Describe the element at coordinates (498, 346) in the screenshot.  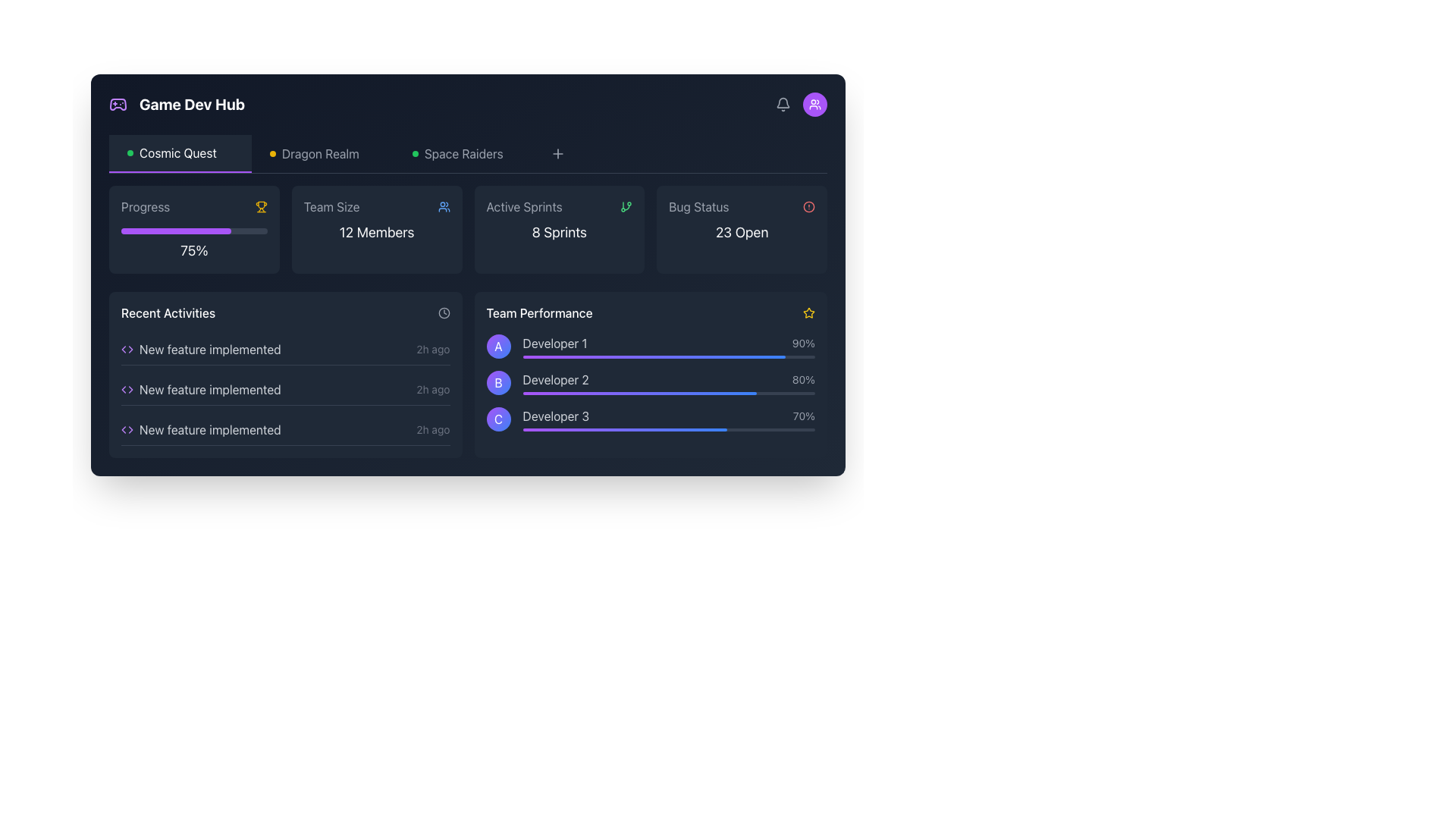
I see `the circular Avatar icon with a gradient background transitioning from purple to blue, containing a white letter 'A', located in the 'Team Performance' section` at that location.